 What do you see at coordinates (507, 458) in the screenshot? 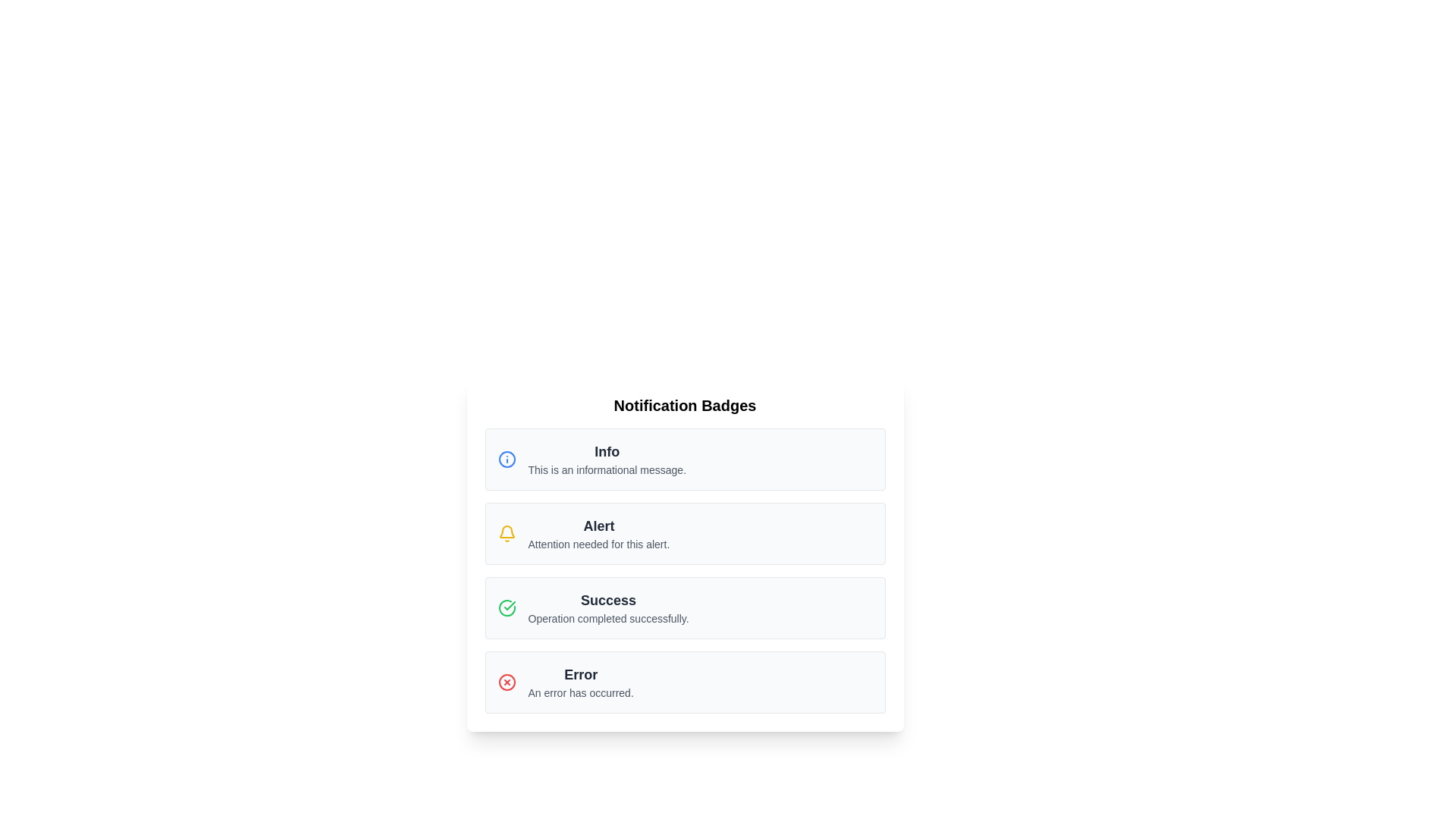
I see `the SVG Circle element with a blue border and white fill, located within the notification card labeled 'Info'` at bounding box center [507, 458].